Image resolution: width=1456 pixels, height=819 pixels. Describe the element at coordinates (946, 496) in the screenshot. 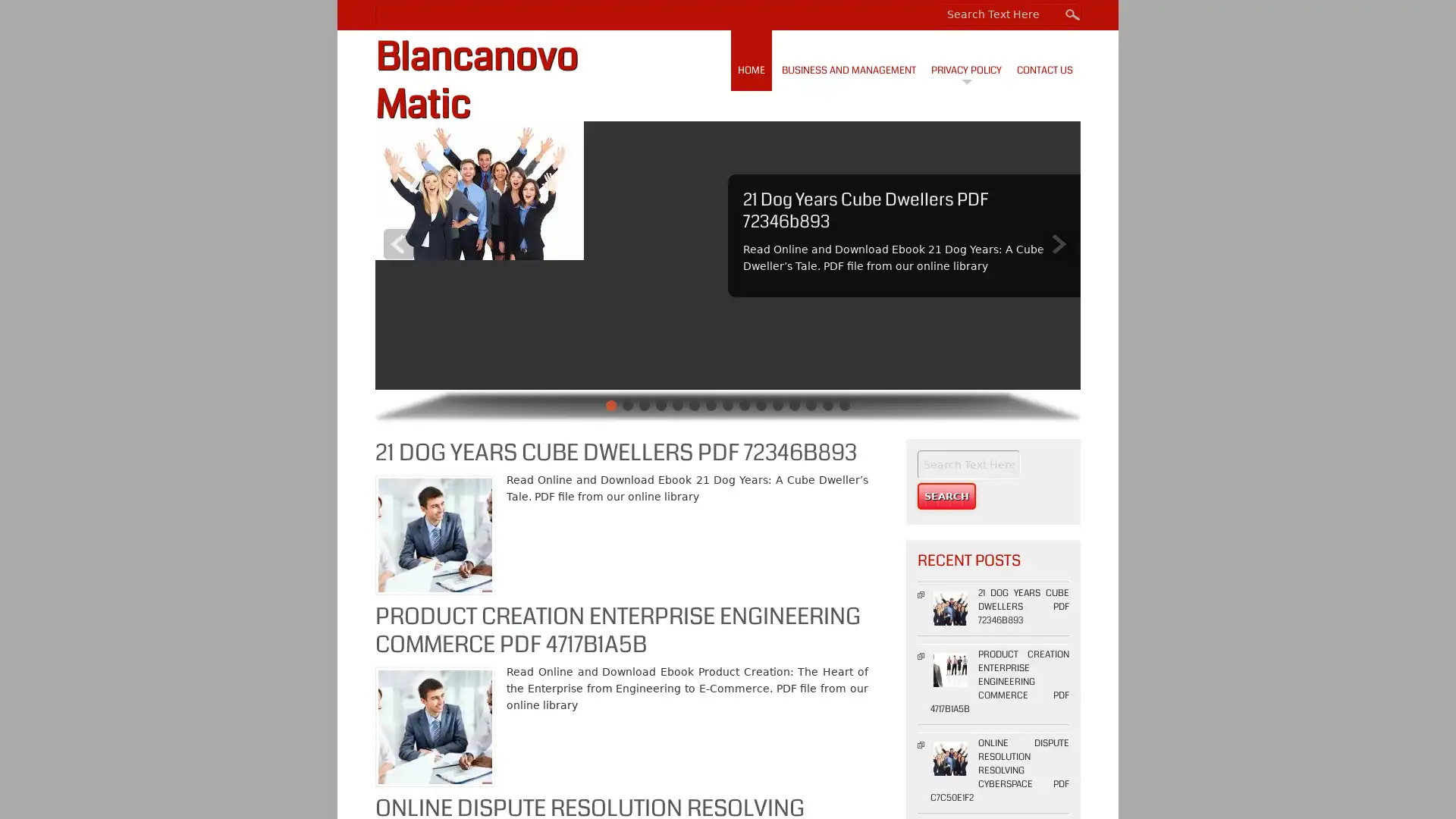

I see `Search` at that location.